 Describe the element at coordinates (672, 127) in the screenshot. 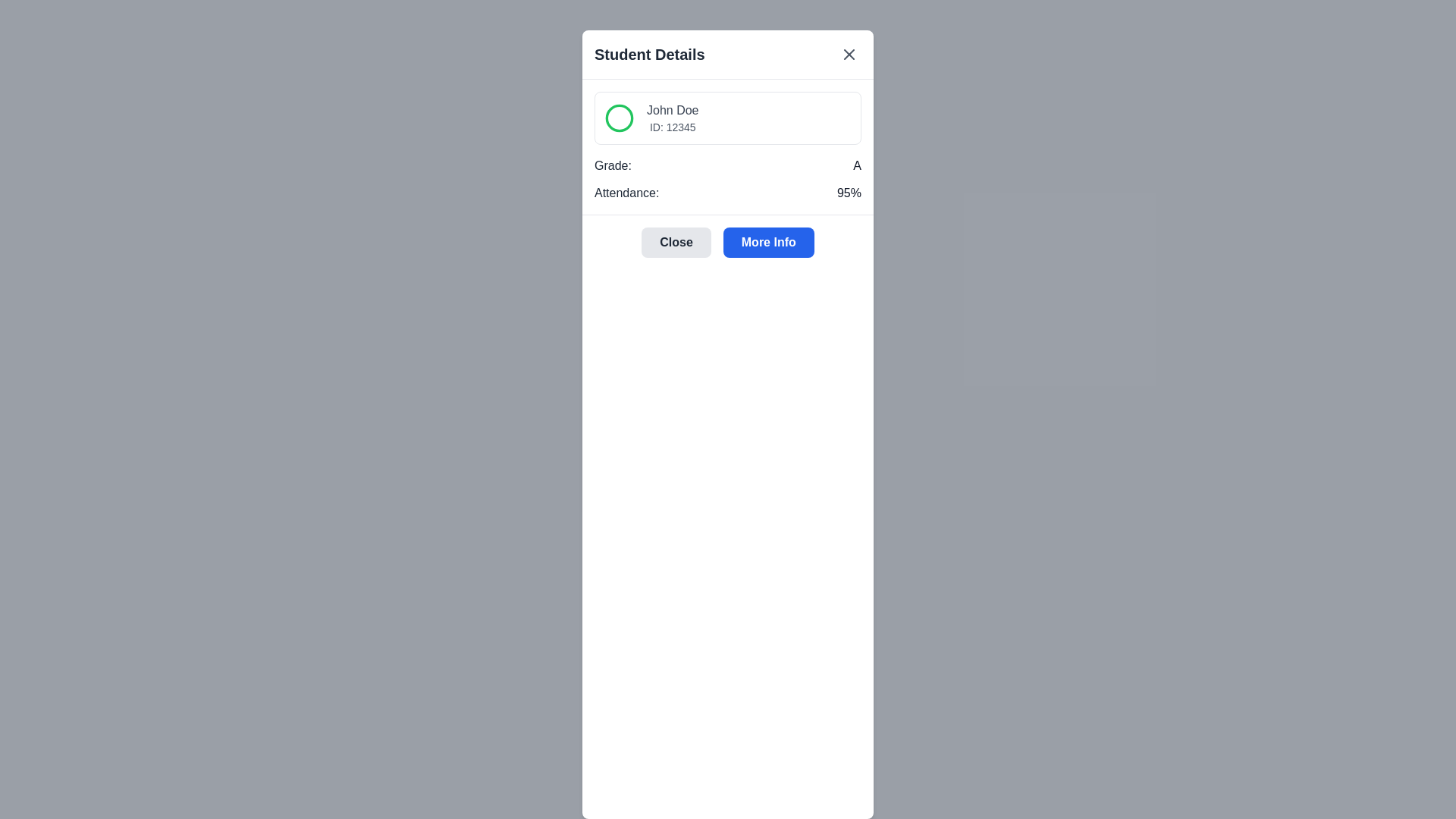

I see `the static text label displaying the unique ID '12345', located below the name 'John Doe' in the 'Student Details' card layout` at that location.